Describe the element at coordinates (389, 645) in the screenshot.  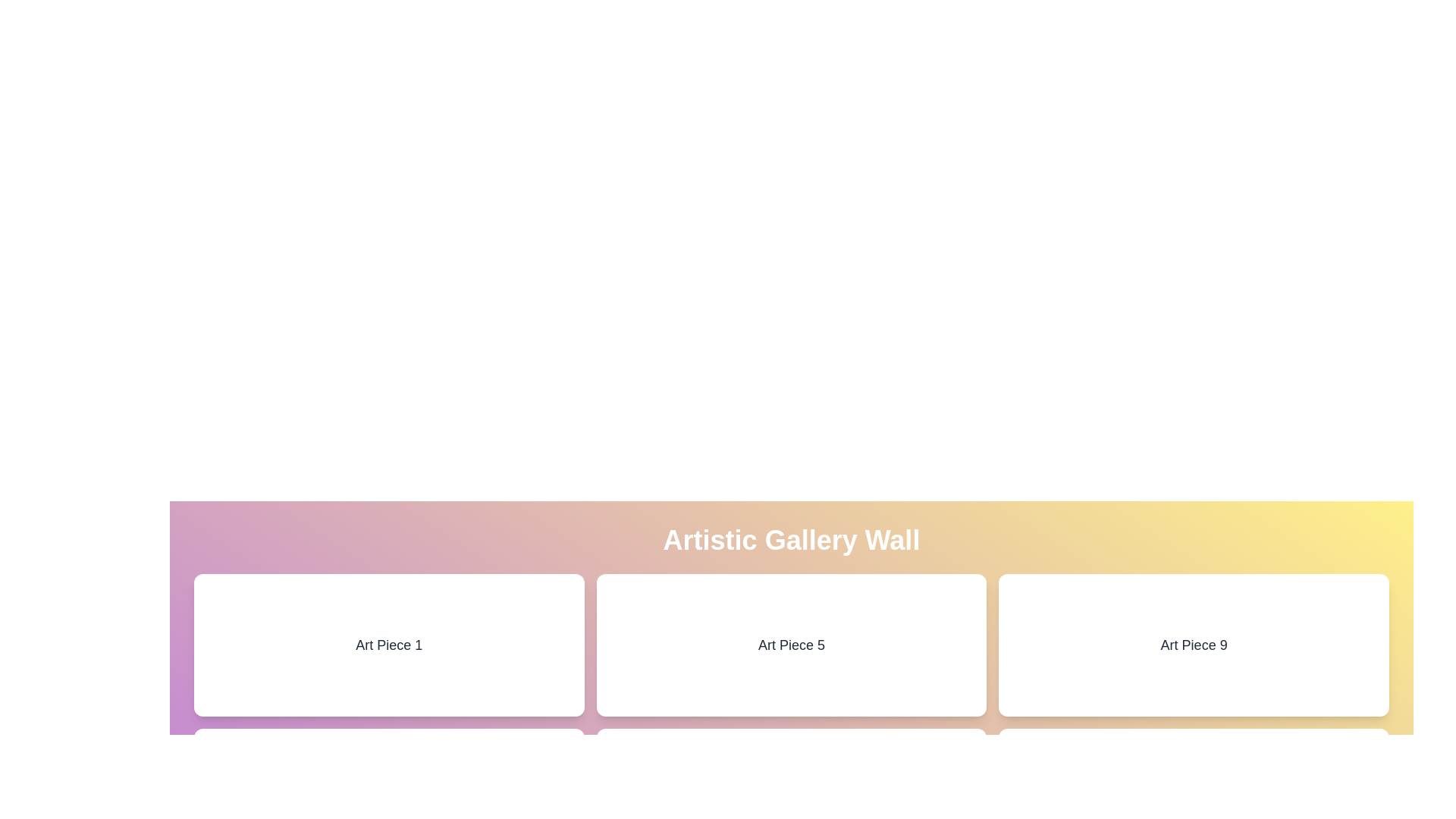
I see `the first card in the grid layout, which displays 'Art Piece 1' in a medium-sized dark font against a gradient background` at that location.